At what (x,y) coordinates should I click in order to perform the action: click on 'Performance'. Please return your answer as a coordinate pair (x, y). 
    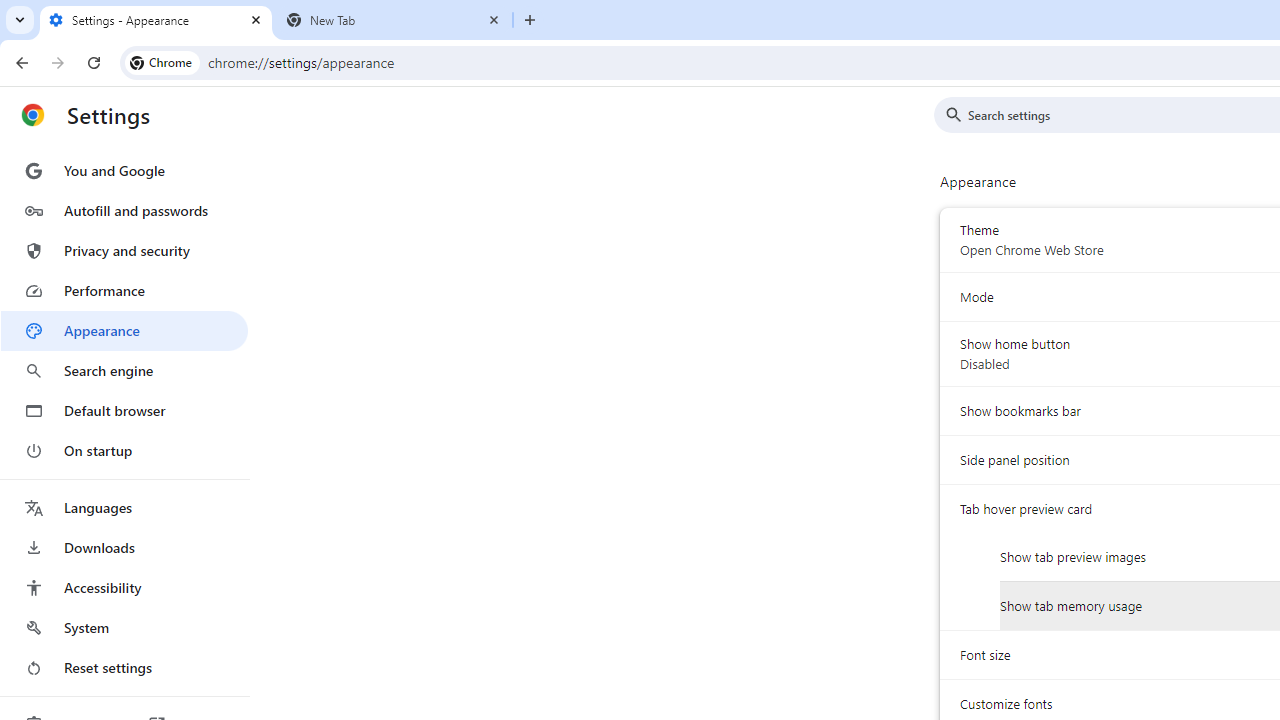
    Looking at the image, I should click on (123, 290).